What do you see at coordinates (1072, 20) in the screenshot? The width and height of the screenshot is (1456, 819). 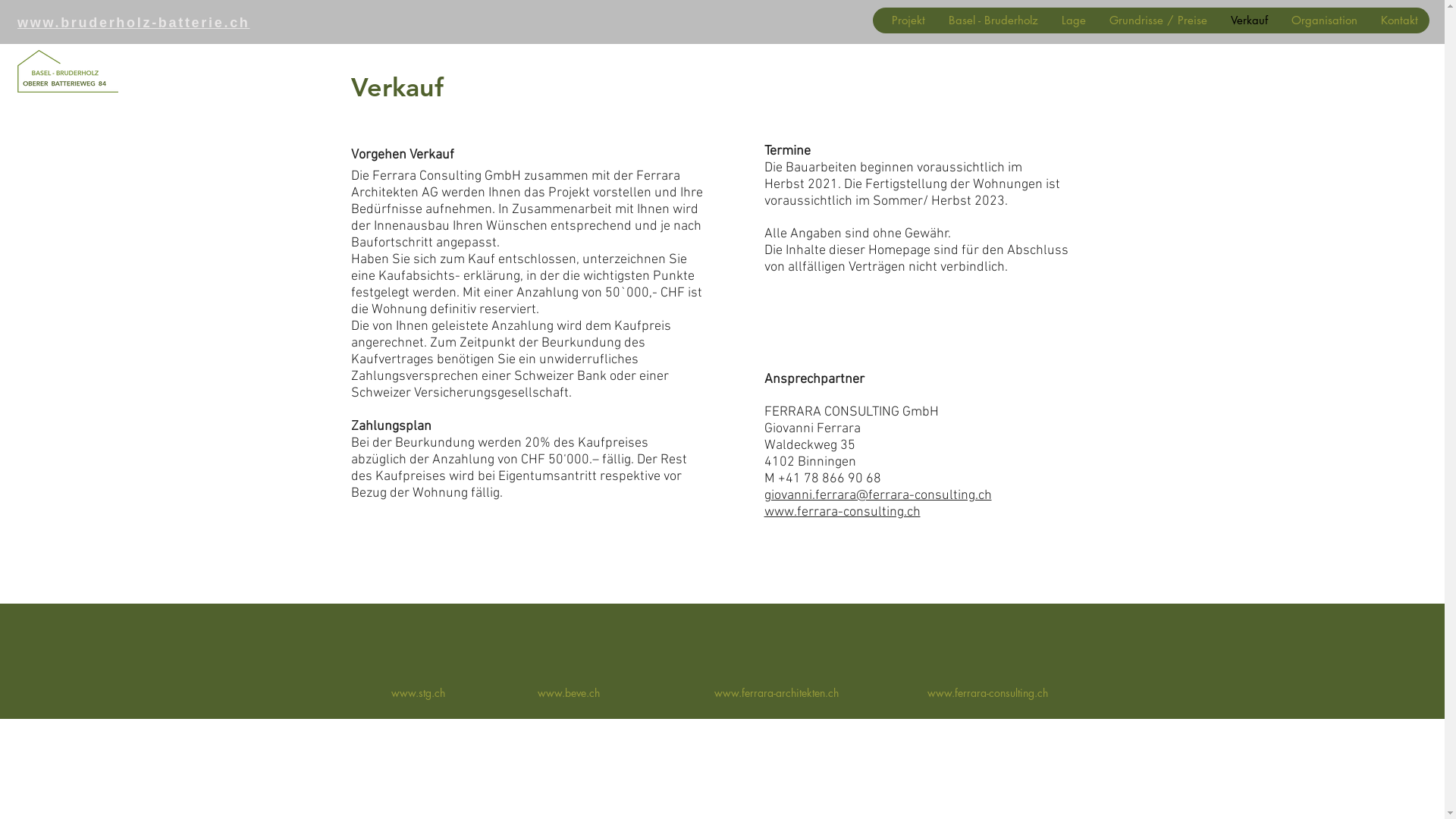 I see `'Lage'` at bounding box center [1072, 20].